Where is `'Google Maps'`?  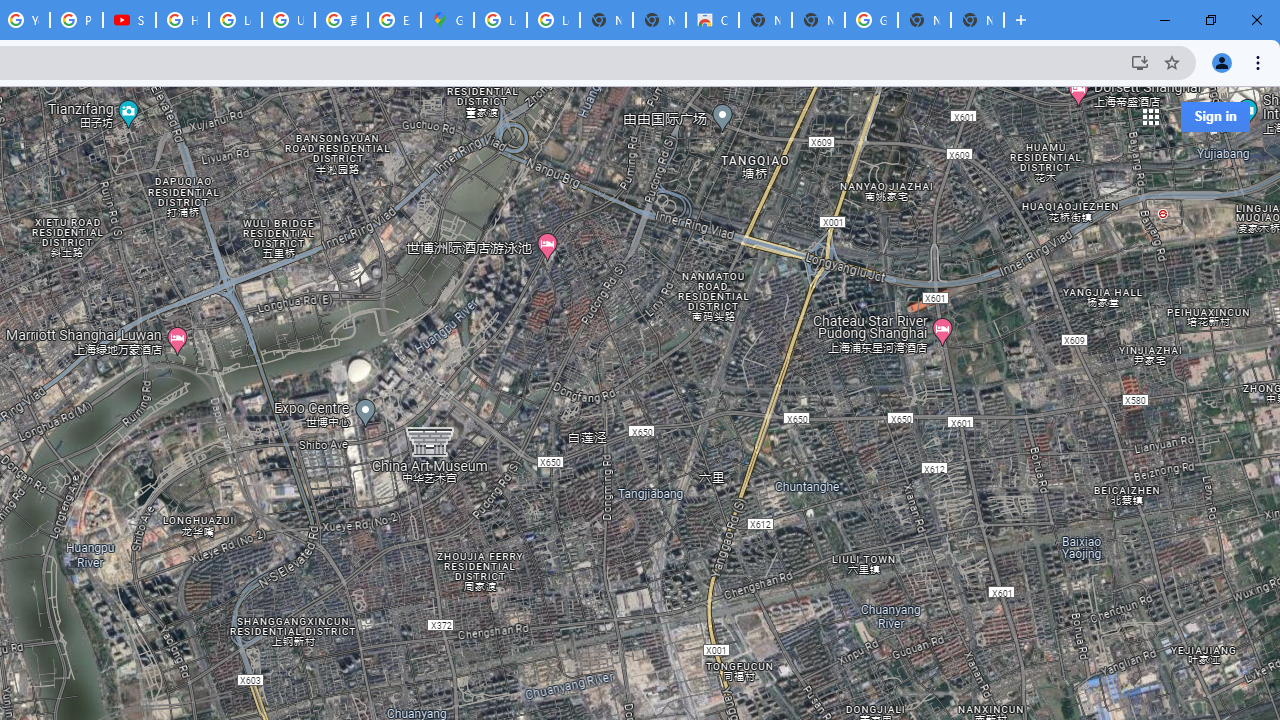
'Google Maps' is located at coordinates (446, 20).